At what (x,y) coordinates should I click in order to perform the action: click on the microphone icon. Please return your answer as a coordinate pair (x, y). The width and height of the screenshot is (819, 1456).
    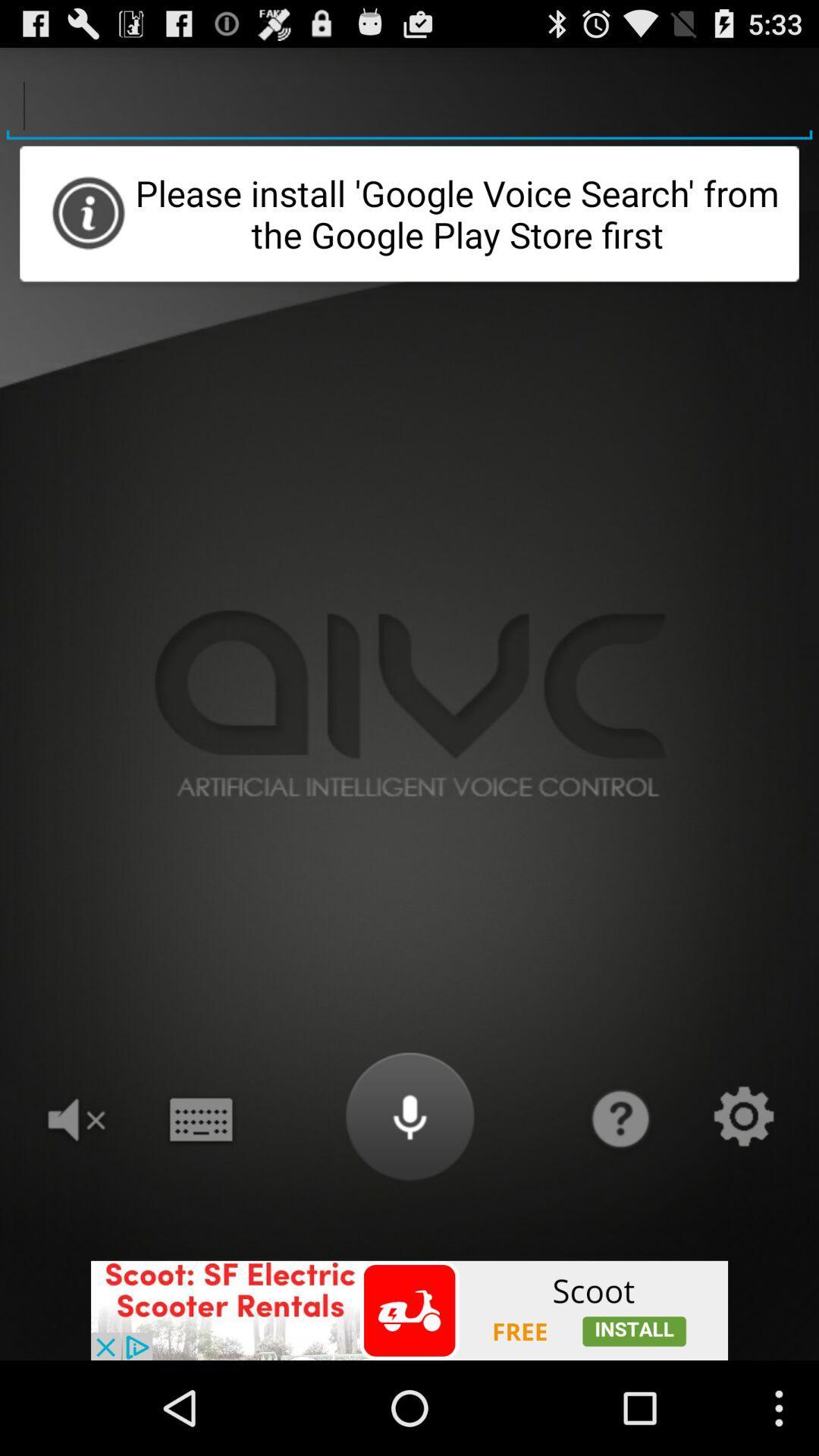
    Looking at the image, I should click on (409, 1194).